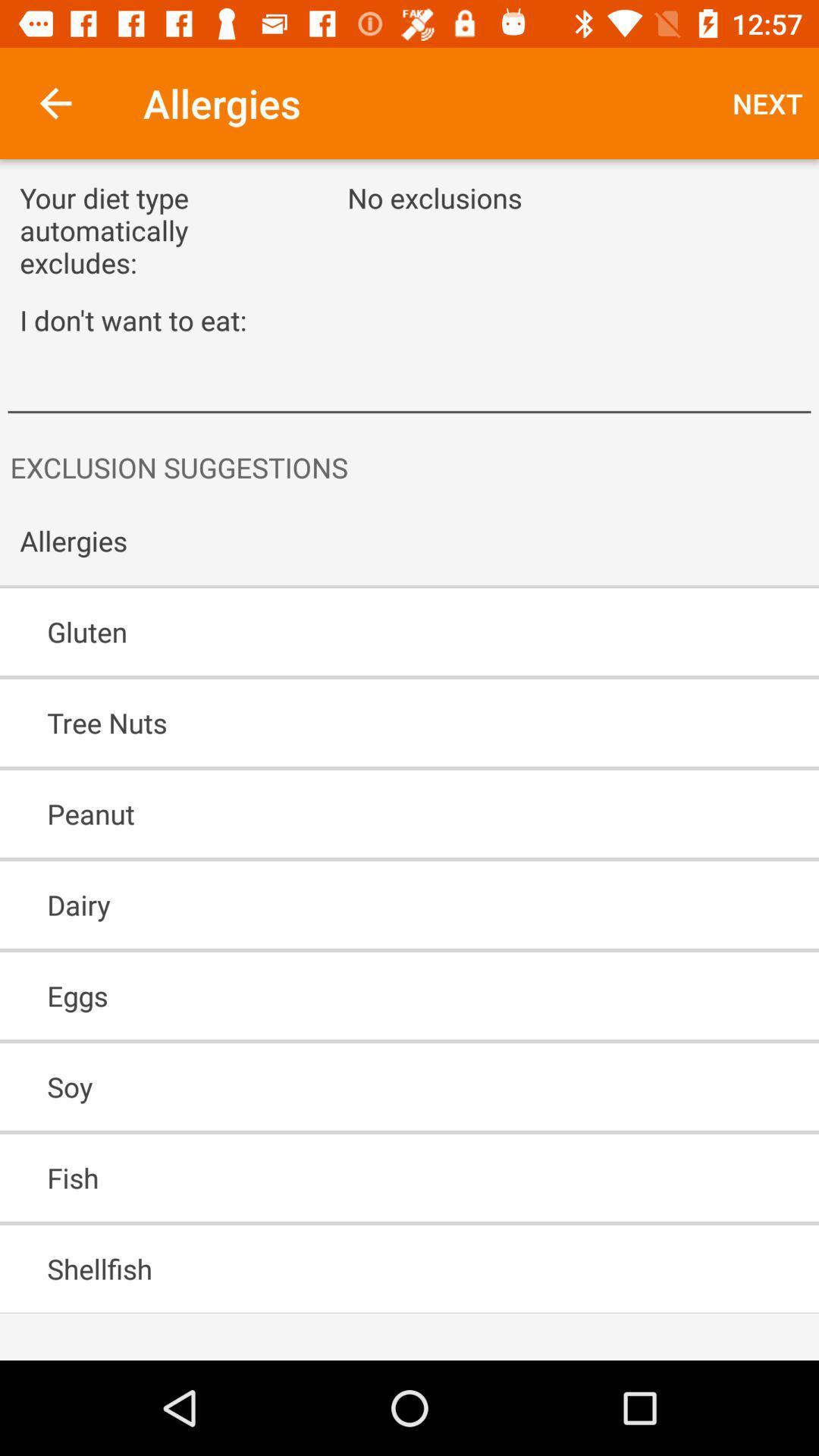 Image resolution: width=819 pixels, height=1456 pixels. I want to click on eggs, so click(366, 996).